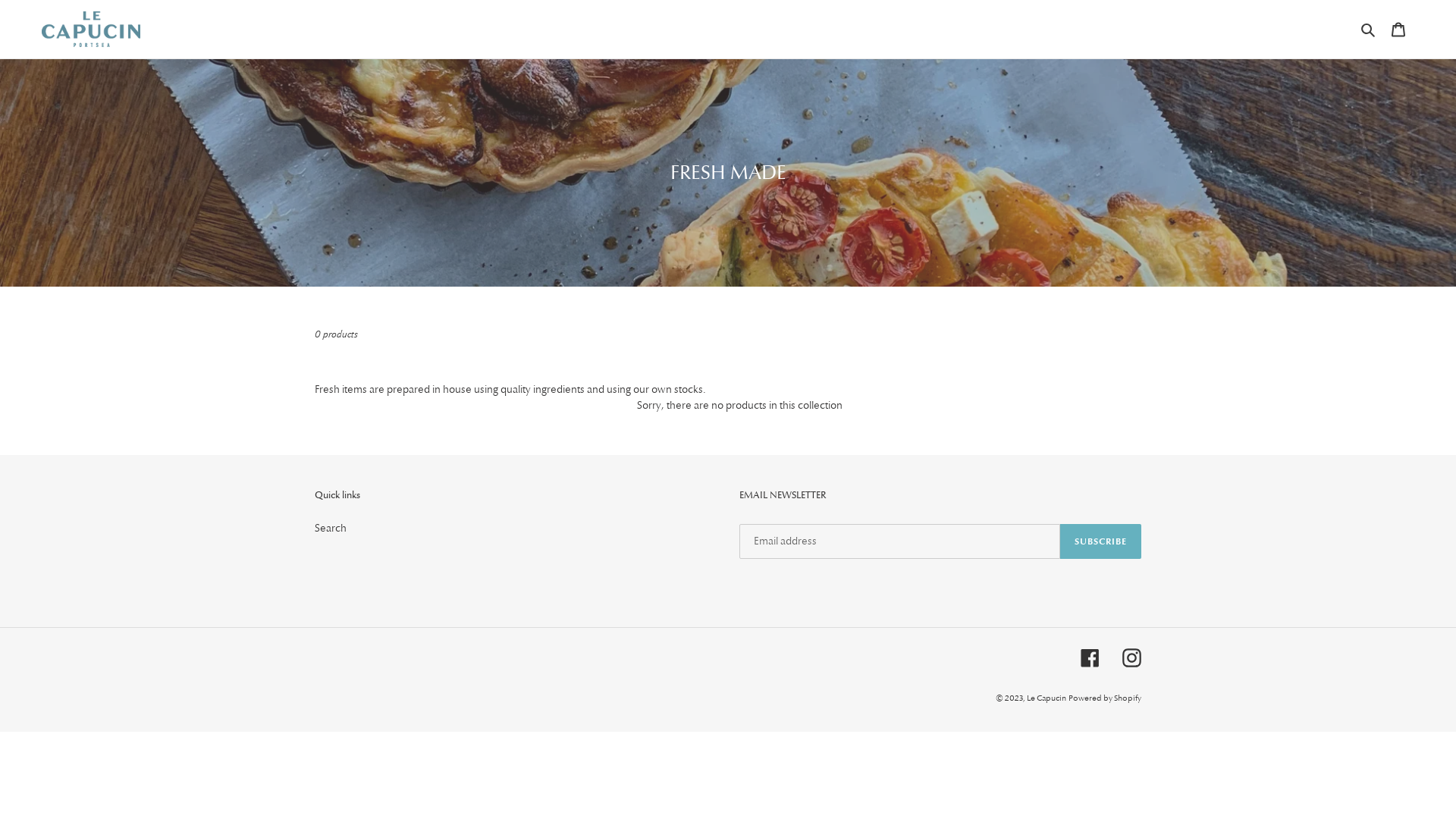 The width and height of the screenshot is (1456, 819). Describe the element at coordinates (1369, 29) in the screenshot. I see `'Search'` at that location.